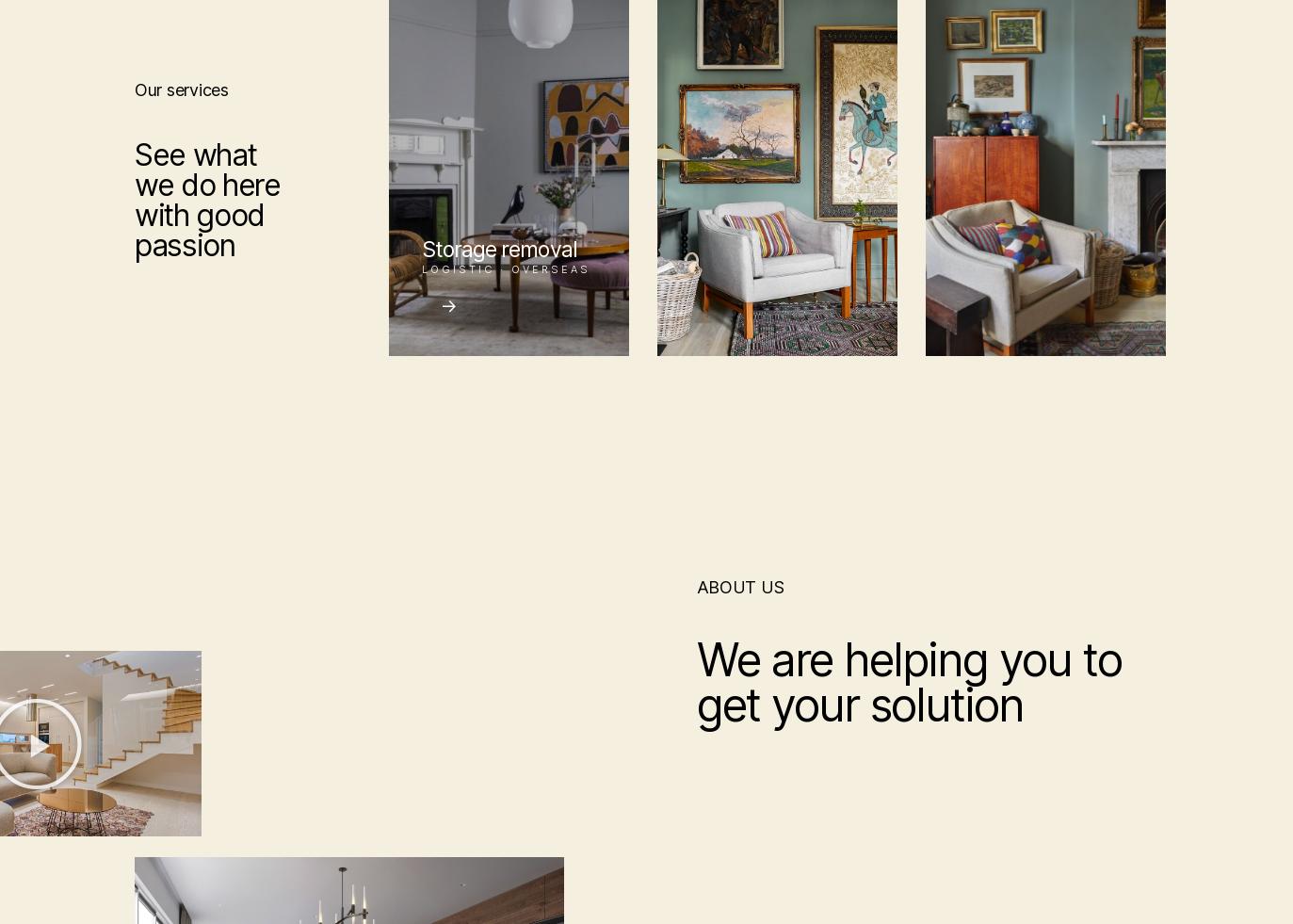  Describe the element at coordinates (904, 723) in the screenshot. I see `'AUP / DMCA'` at that location.